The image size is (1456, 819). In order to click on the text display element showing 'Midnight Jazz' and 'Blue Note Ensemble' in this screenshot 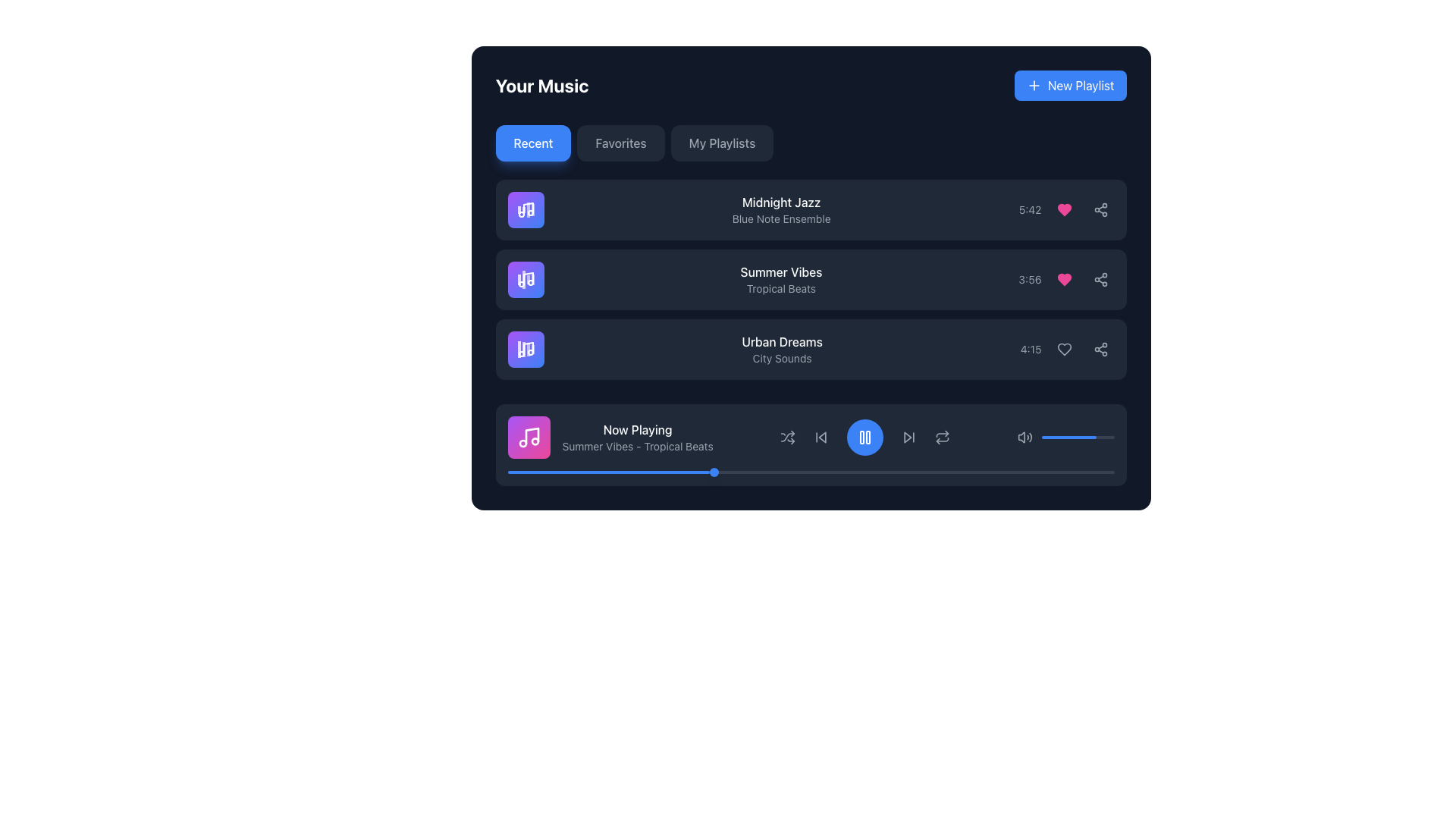, I will do `click(781, 210)`.